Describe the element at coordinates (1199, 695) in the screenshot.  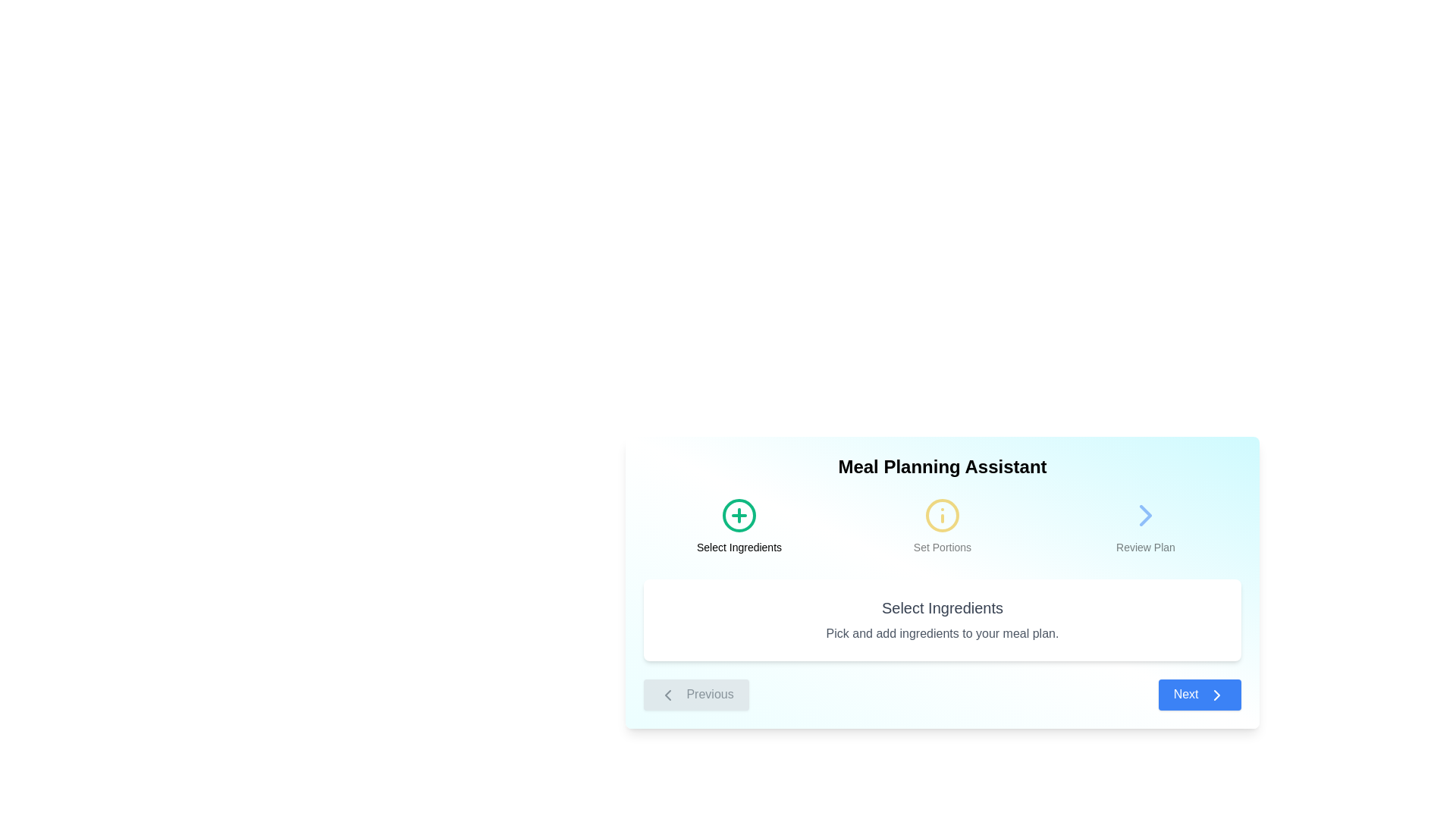
I see `the 'Next' button with a blue background and white text` at that location.